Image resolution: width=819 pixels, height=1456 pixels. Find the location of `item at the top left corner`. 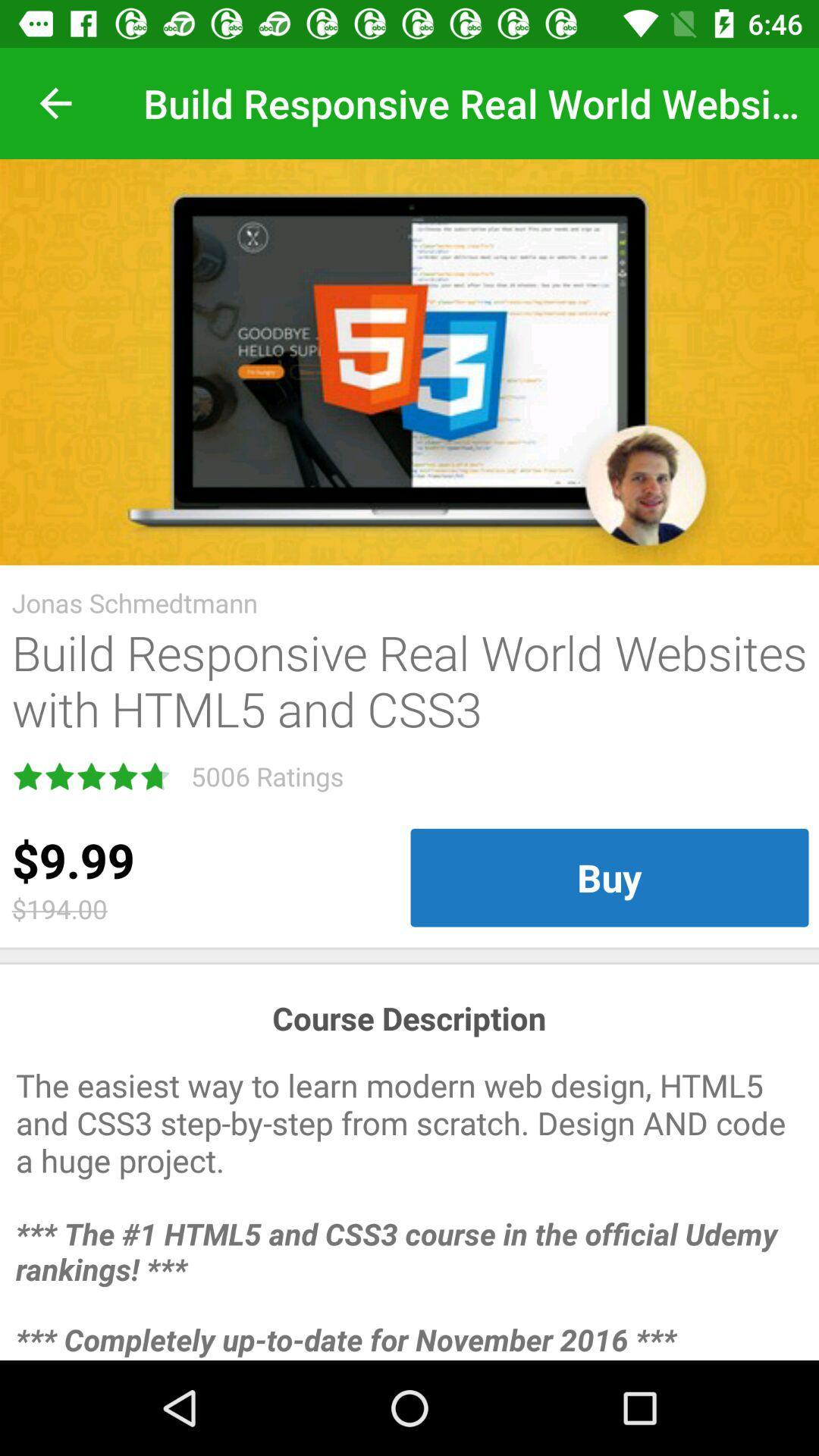

item at the top left corner is located at coordinates (55, 102).